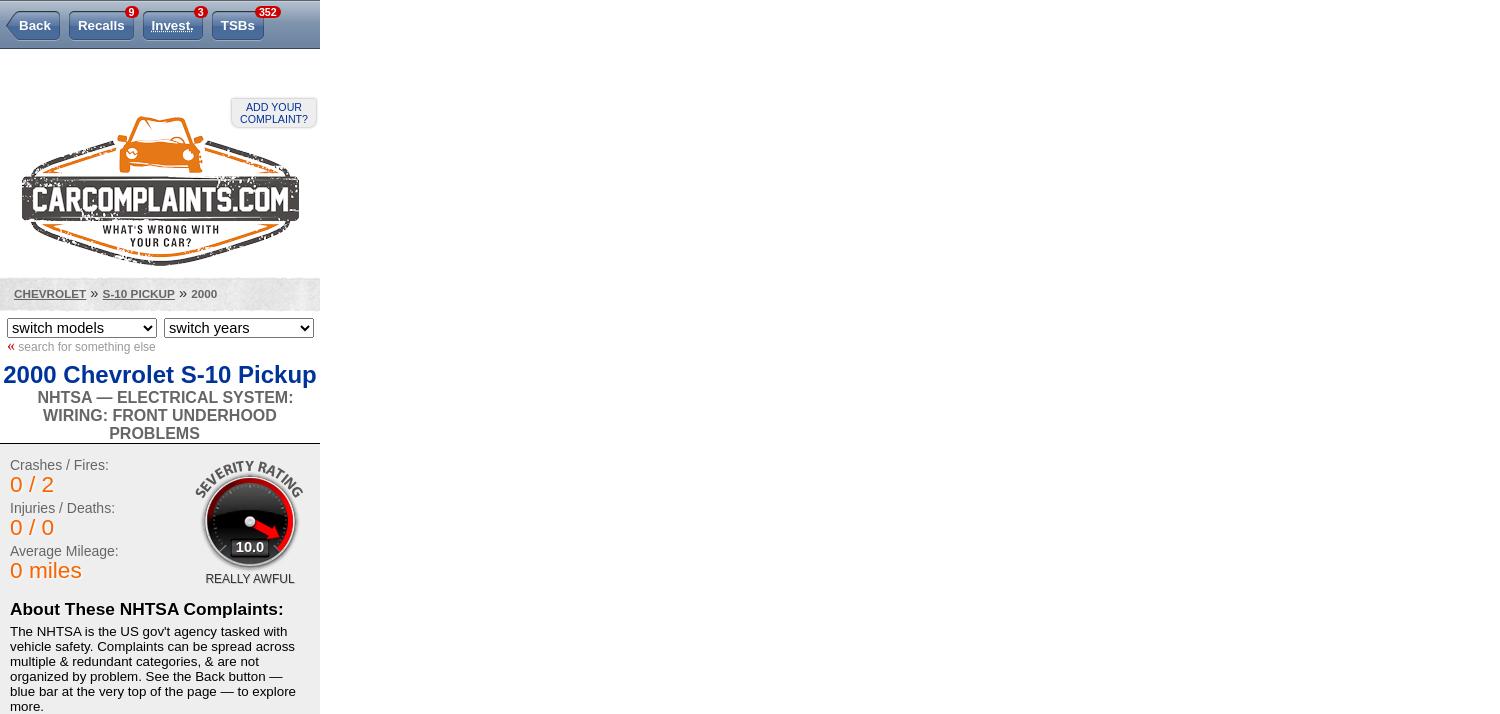 The image size is (1500, 714). Describe the element at coordinates (31, 526) in the screenshot. I see `'0 / 0'` at that location.